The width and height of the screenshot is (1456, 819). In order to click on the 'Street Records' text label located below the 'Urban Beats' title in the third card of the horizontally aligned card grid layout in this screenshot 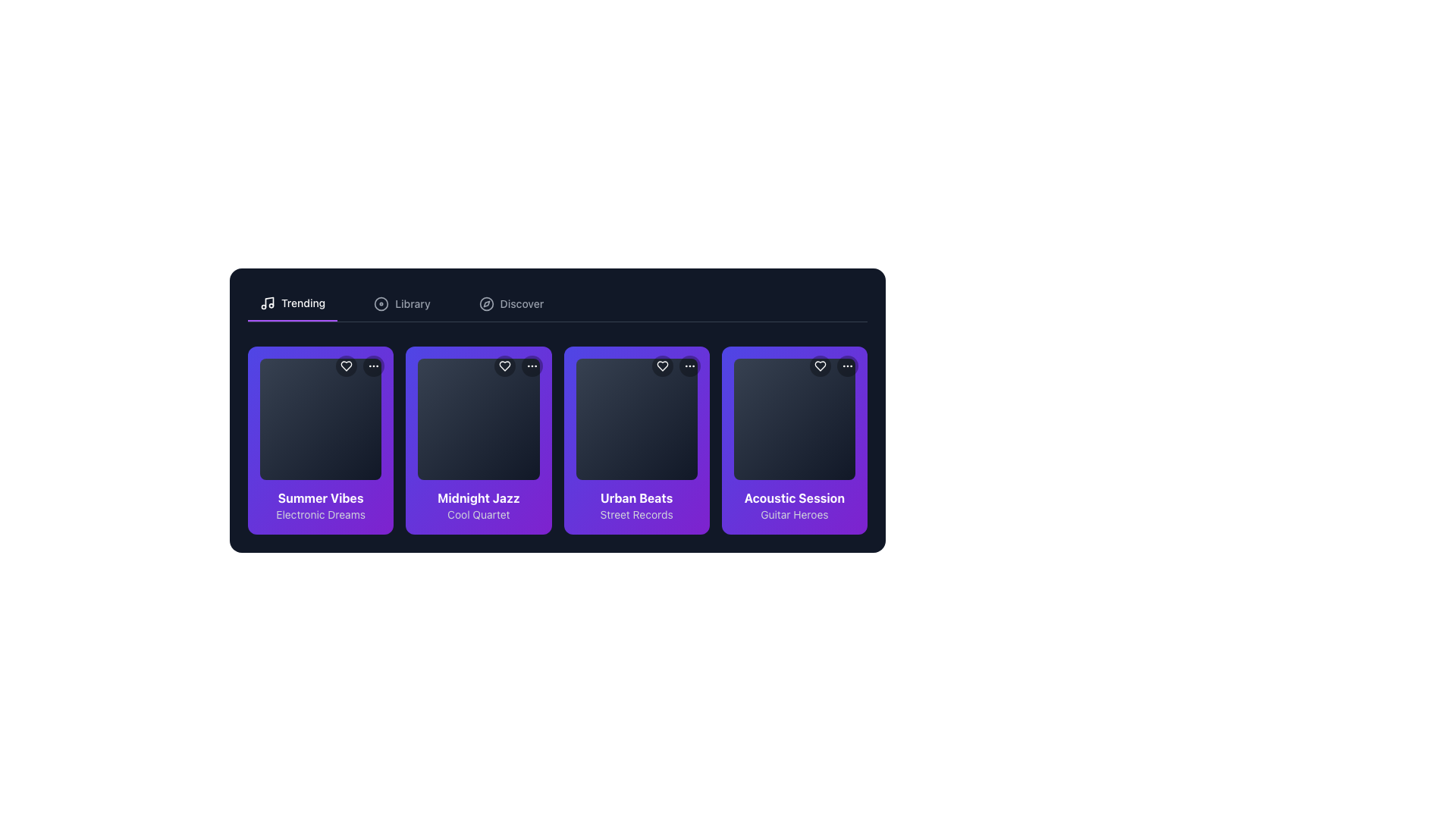, I will do `click(636, 514)`.